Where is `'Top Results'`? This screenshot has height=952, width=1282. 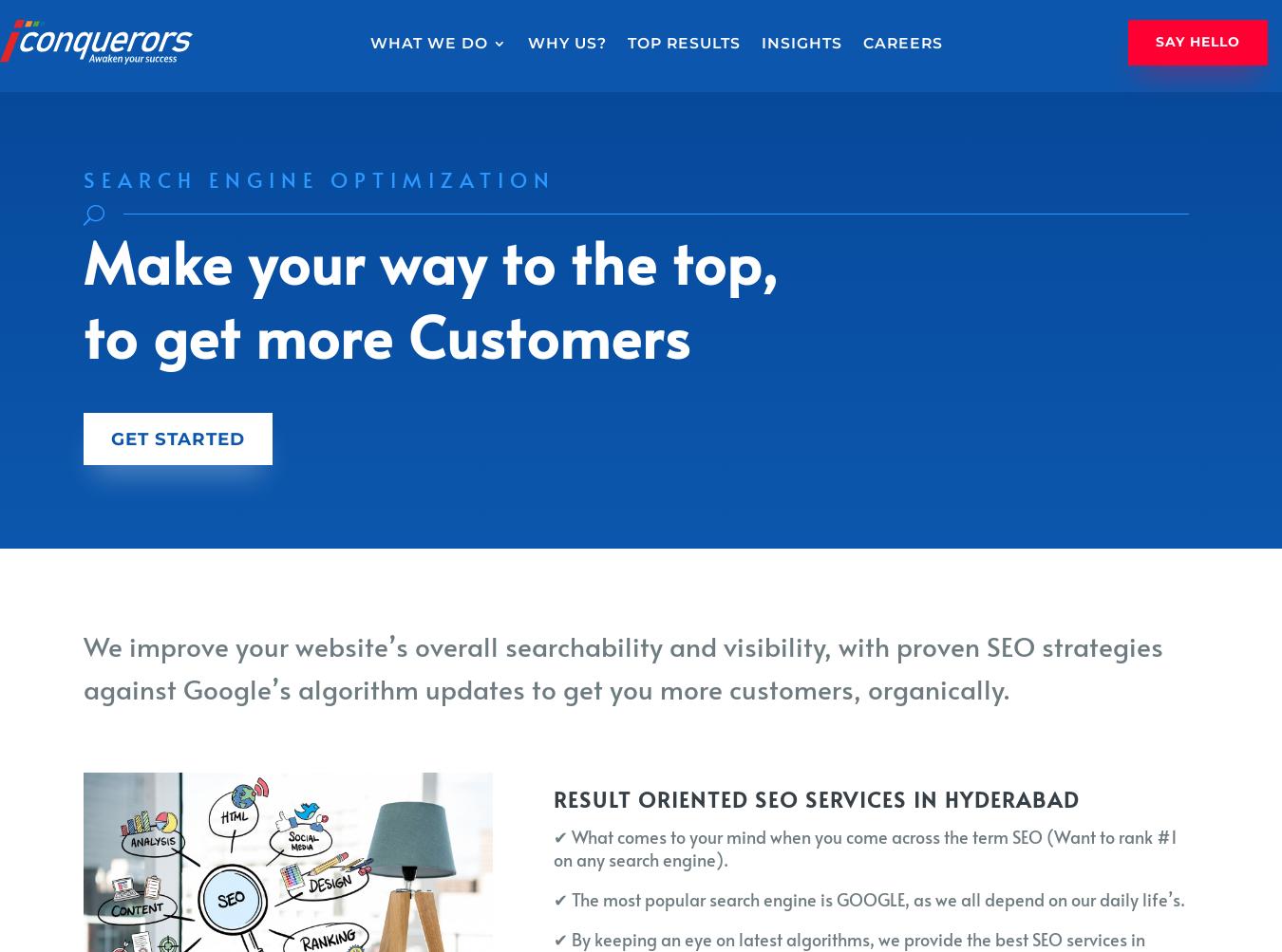
'Top Results' is located at coordinates (683, 43).